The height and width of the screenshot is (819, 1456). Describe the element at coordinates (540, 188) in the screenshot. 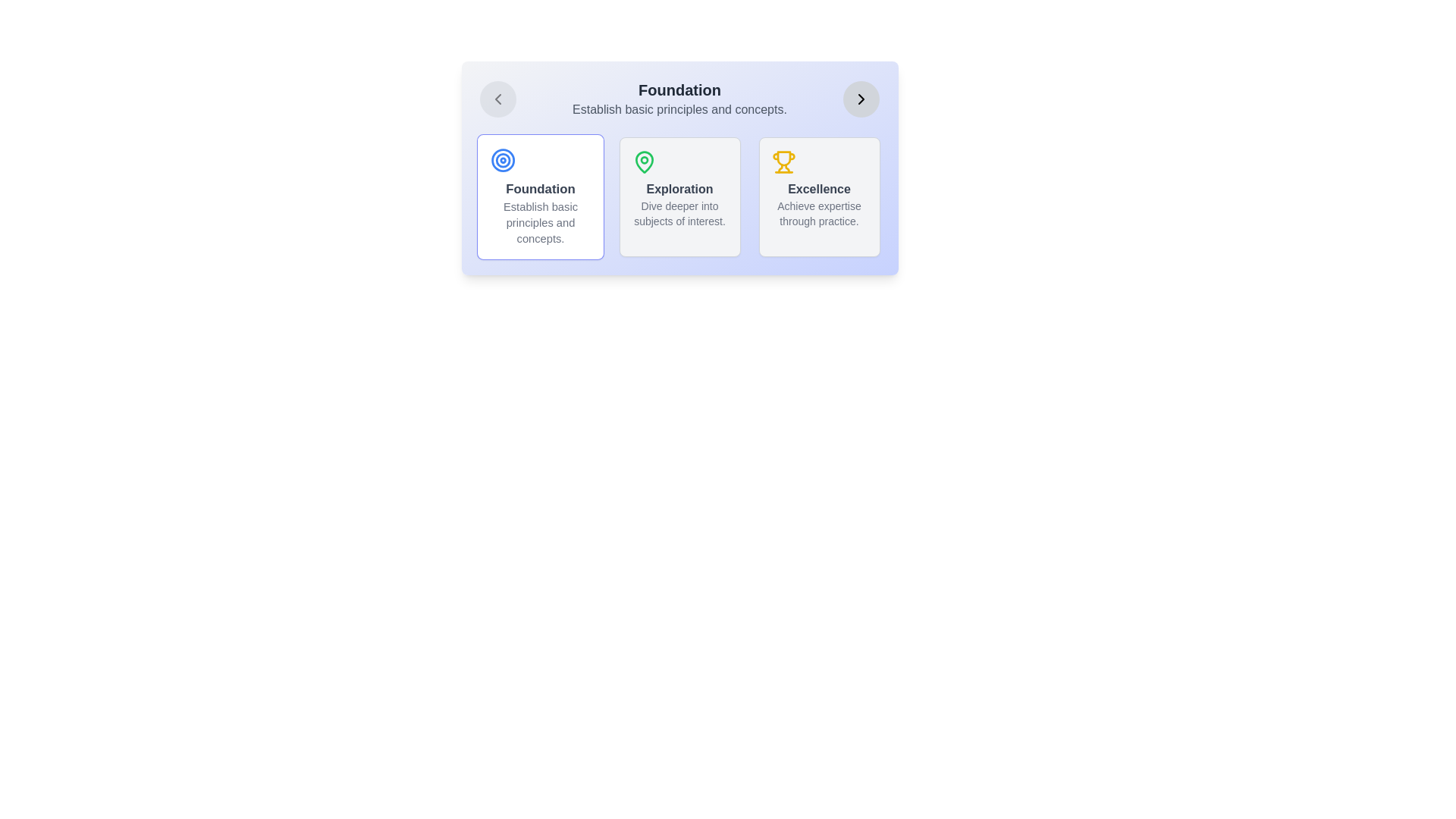

I see `the text label displaying 'Foundation'` at that location.